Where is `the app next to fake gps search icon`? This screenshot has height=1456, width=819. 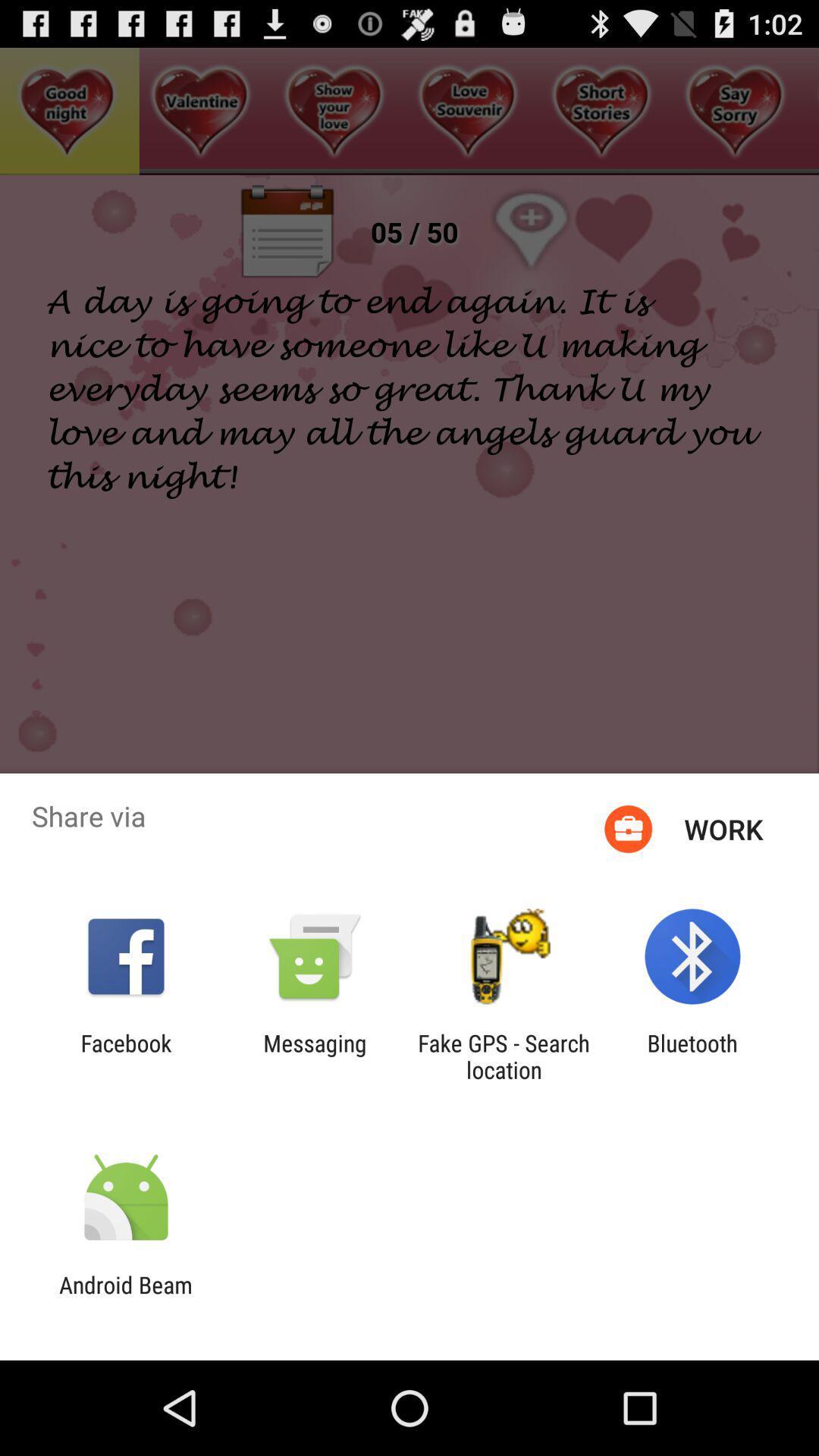 the app next to fake gps search icon is located at coordinates (692, 1056).